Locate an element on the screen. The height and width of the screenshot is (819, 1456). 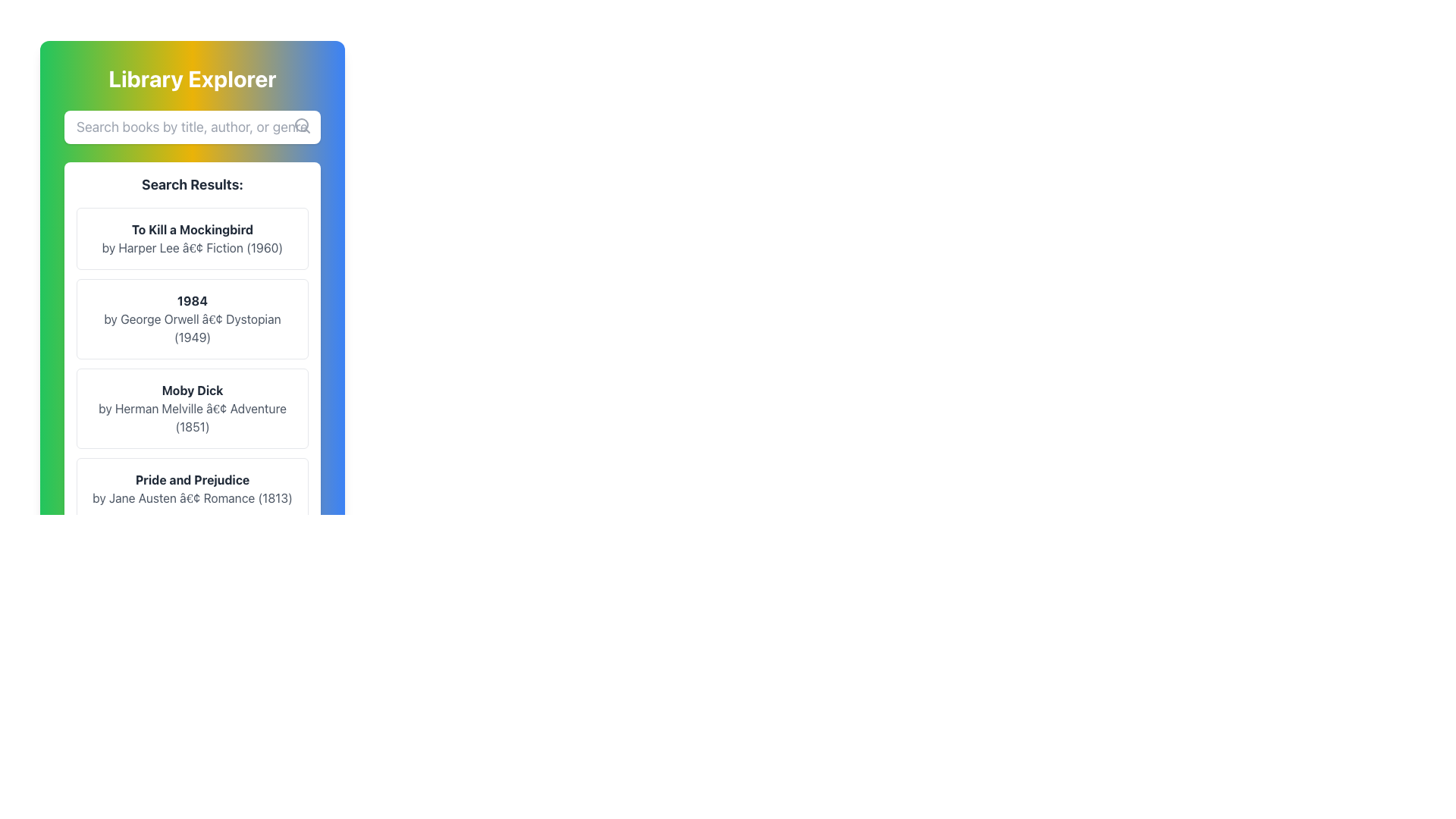
the text label containing metadata about the book 'Moby Dick', which is located under the 'Search Results' section, directly below the title 'Moby Dick' is located at coordinates (192, 418).